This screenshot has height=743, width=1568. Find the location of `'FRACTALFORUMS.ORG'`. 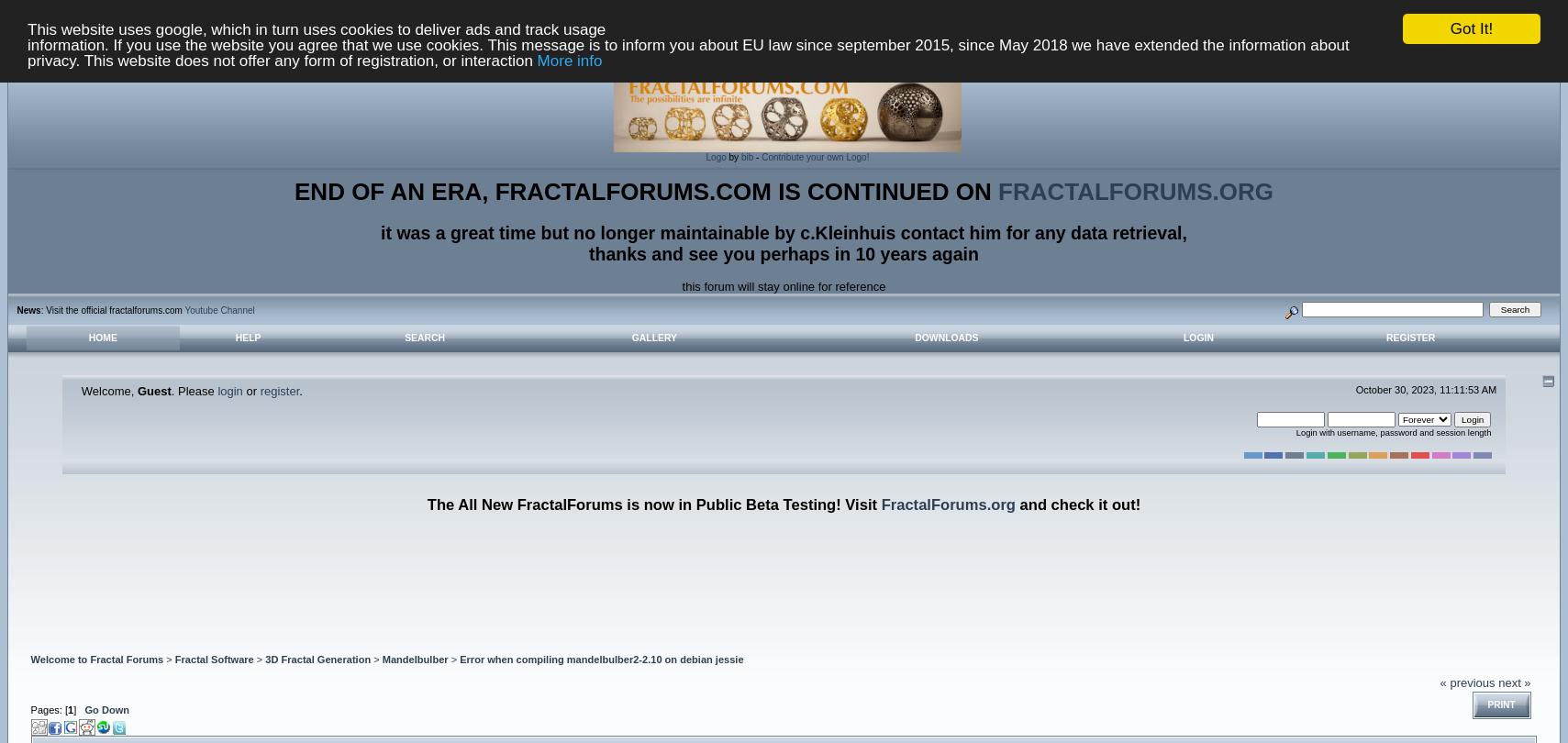

'FRACTALFORUMS.ORG' is located at coordinates (1135, 190).